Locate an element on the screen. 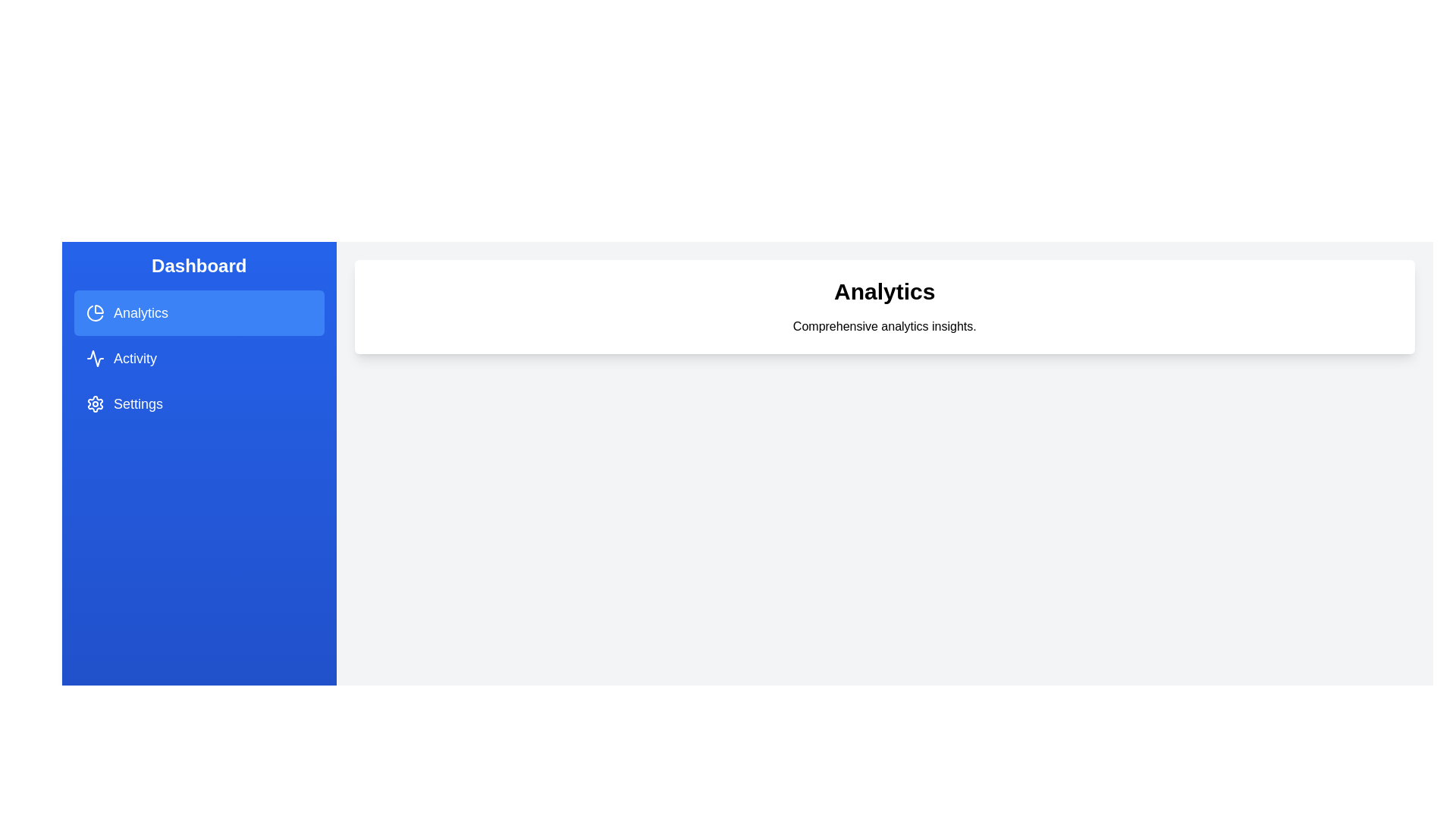 This screenshot has width=1456, height=819. the 'Activity' menu item icon located in the sidebar menu, which is positioned below the 'Analytics' menu item and above the 'Settings' menu item is located at coordinates (94, 359).